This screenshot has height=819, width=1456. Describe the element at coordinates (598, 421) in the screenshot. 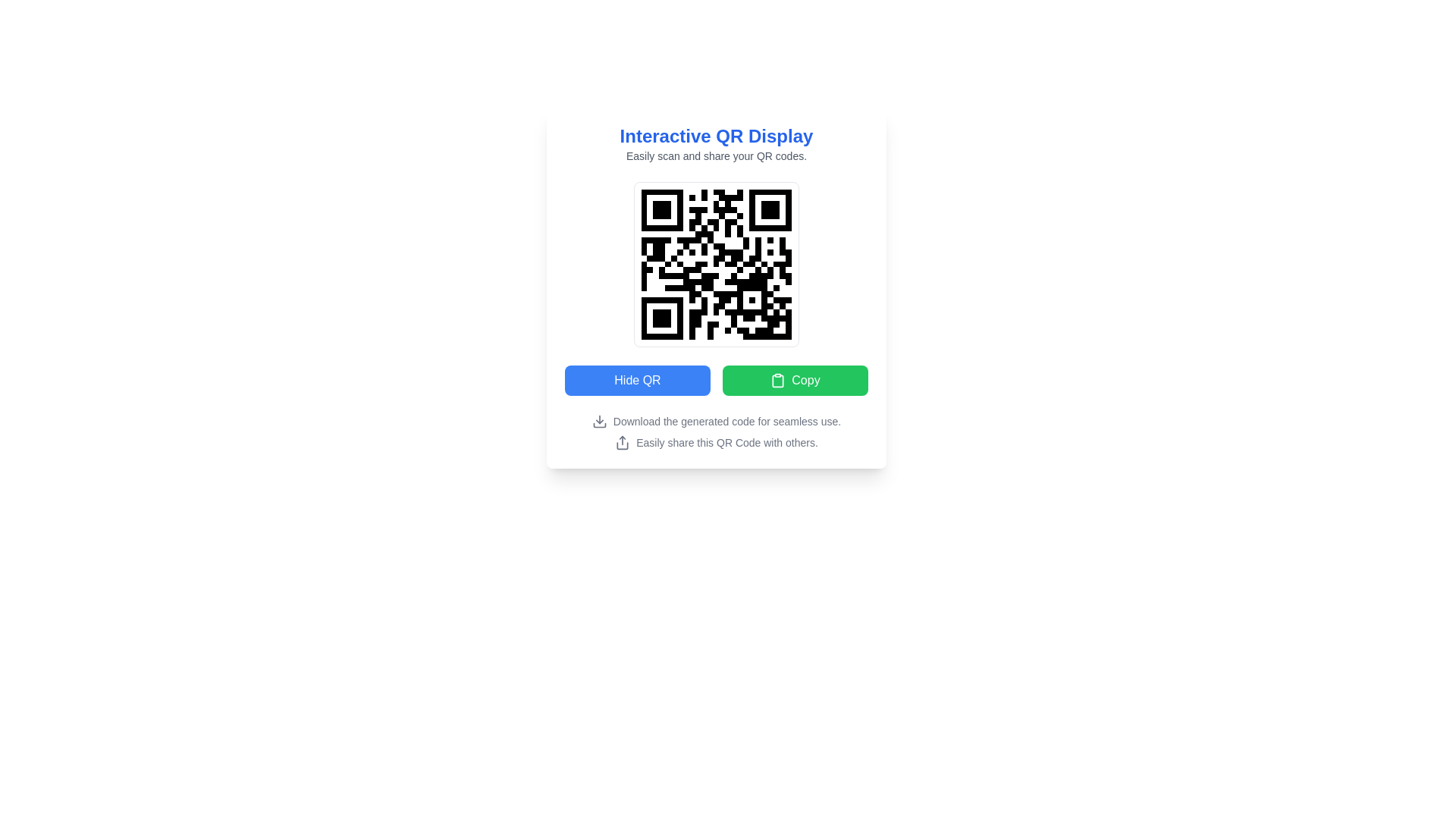

I see `the download icon which visually represents the action of downloading, located near the text instructing users to 'Download the generated code for seamless use.'` at that location.